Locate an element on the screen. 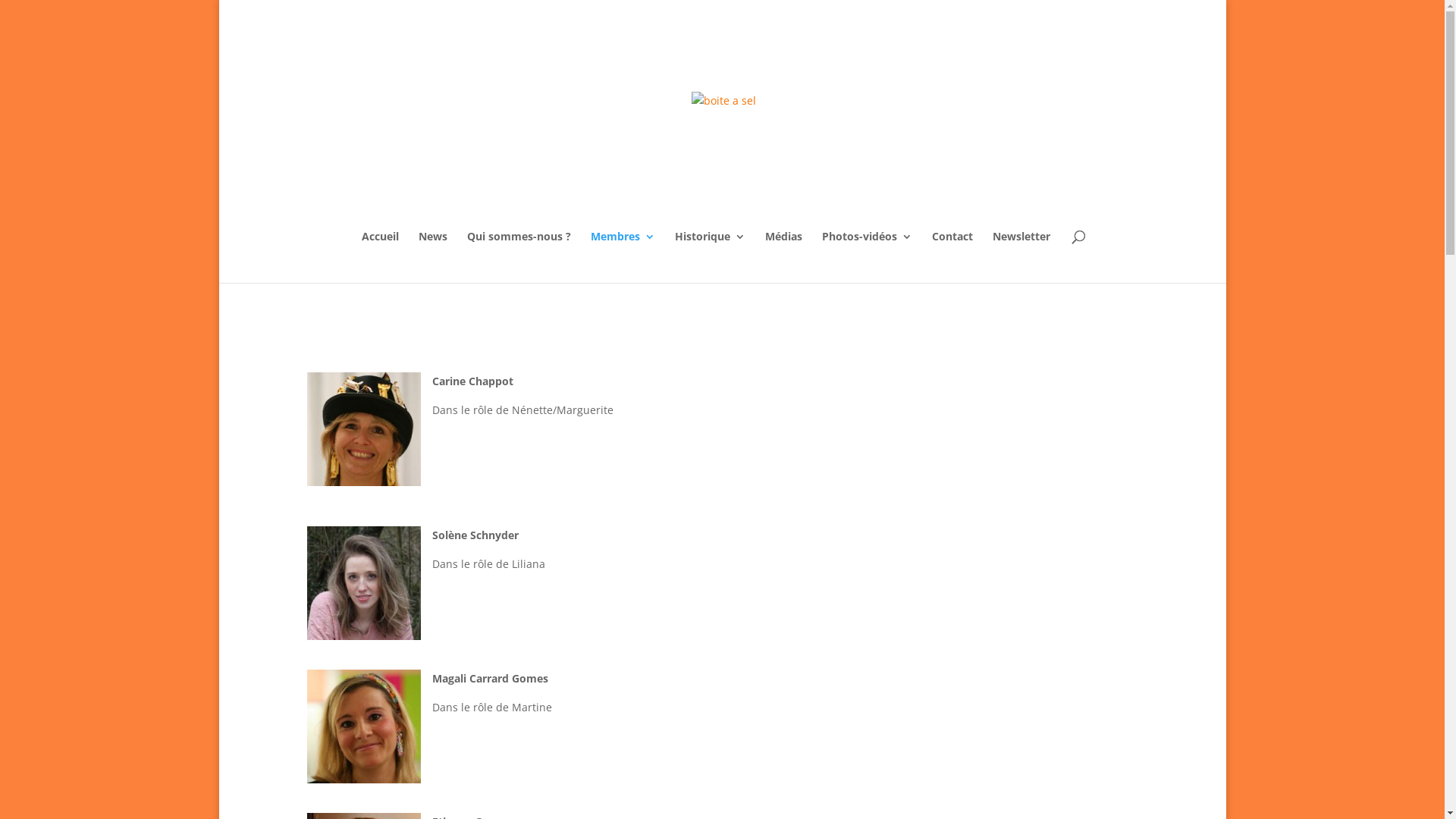 The image size is (1456, 819). 'Newsletter' is located at coordinates (1020, 256).